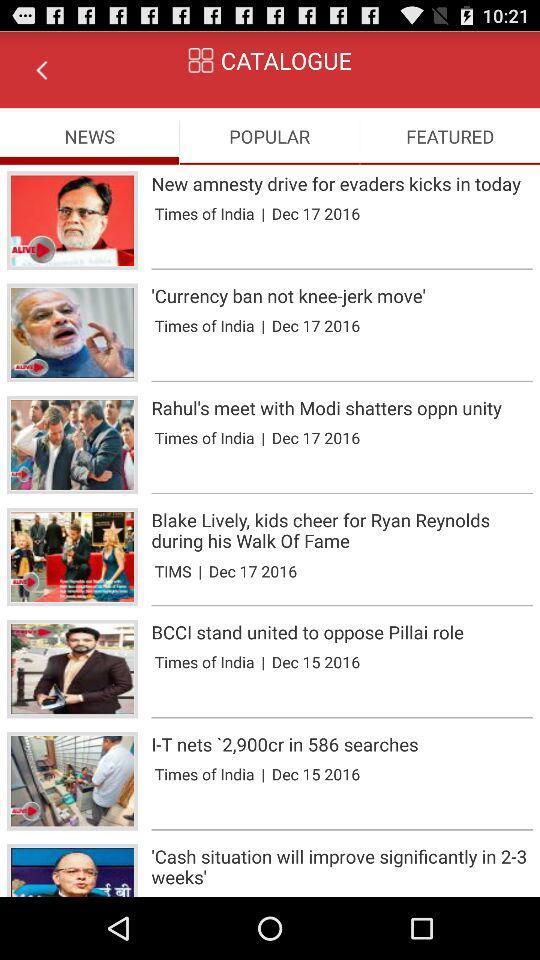 This screenshot has width=540, height=960. What do you see at coordinates (263, 325) in the screenshot?
I see `app to the left of the dec 17 2016 item` at bounding box center [263, 325].